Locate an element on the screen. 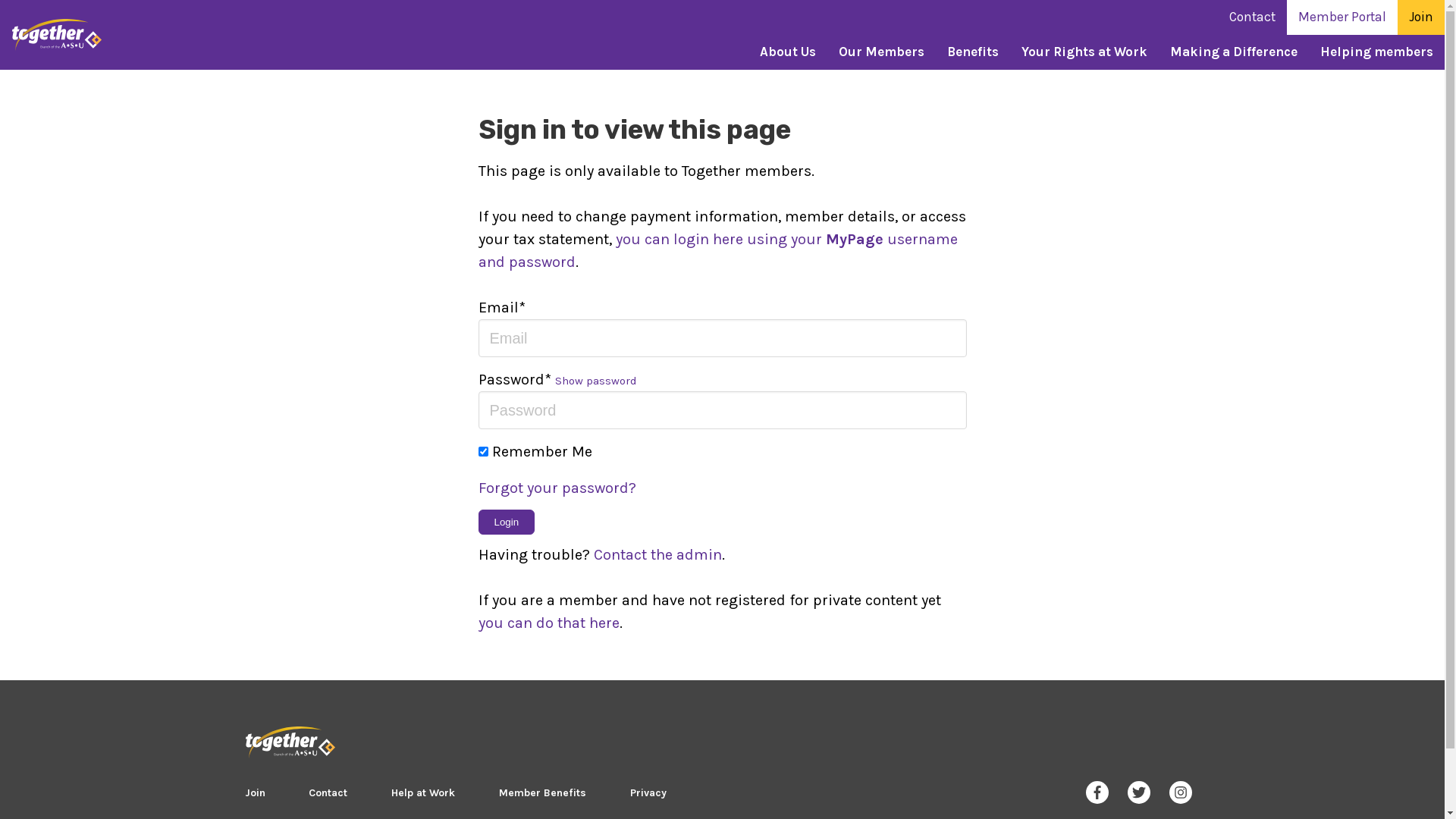  'Contact' is located at coordinates (327, 792).